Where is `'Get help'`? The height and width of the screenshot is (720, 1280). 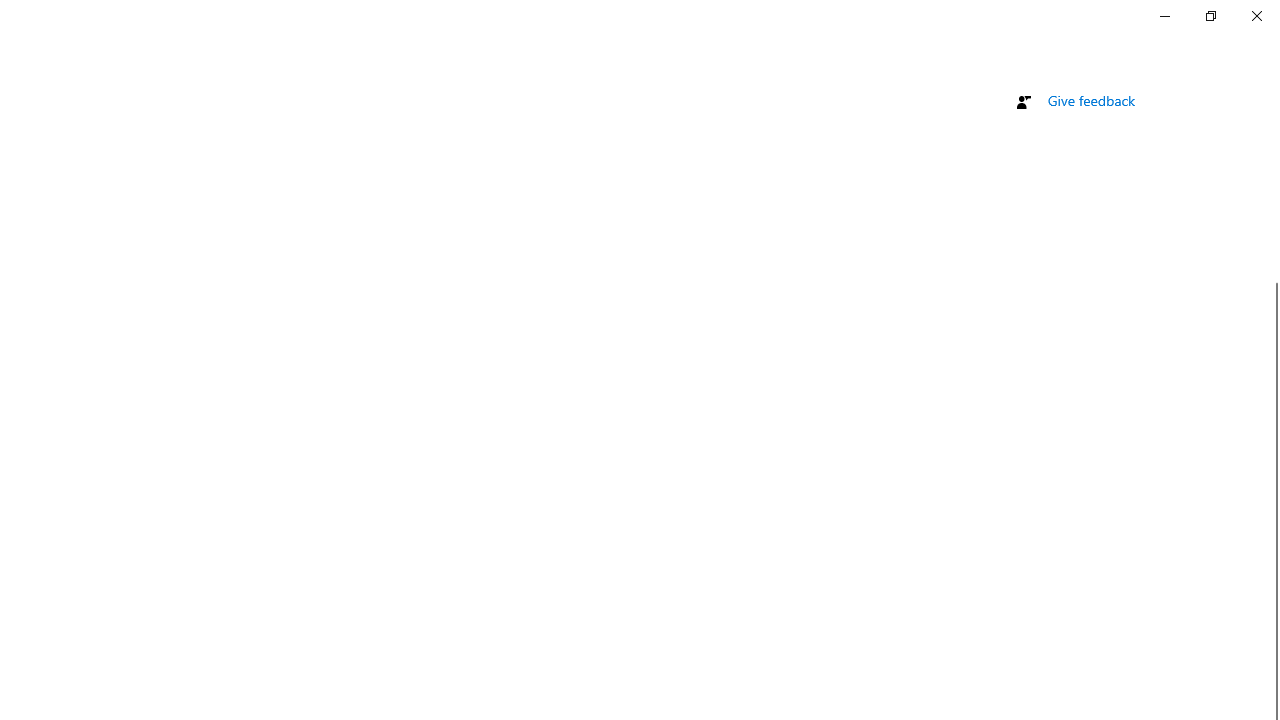
'Get help' is located at coordinates (1073, 68).